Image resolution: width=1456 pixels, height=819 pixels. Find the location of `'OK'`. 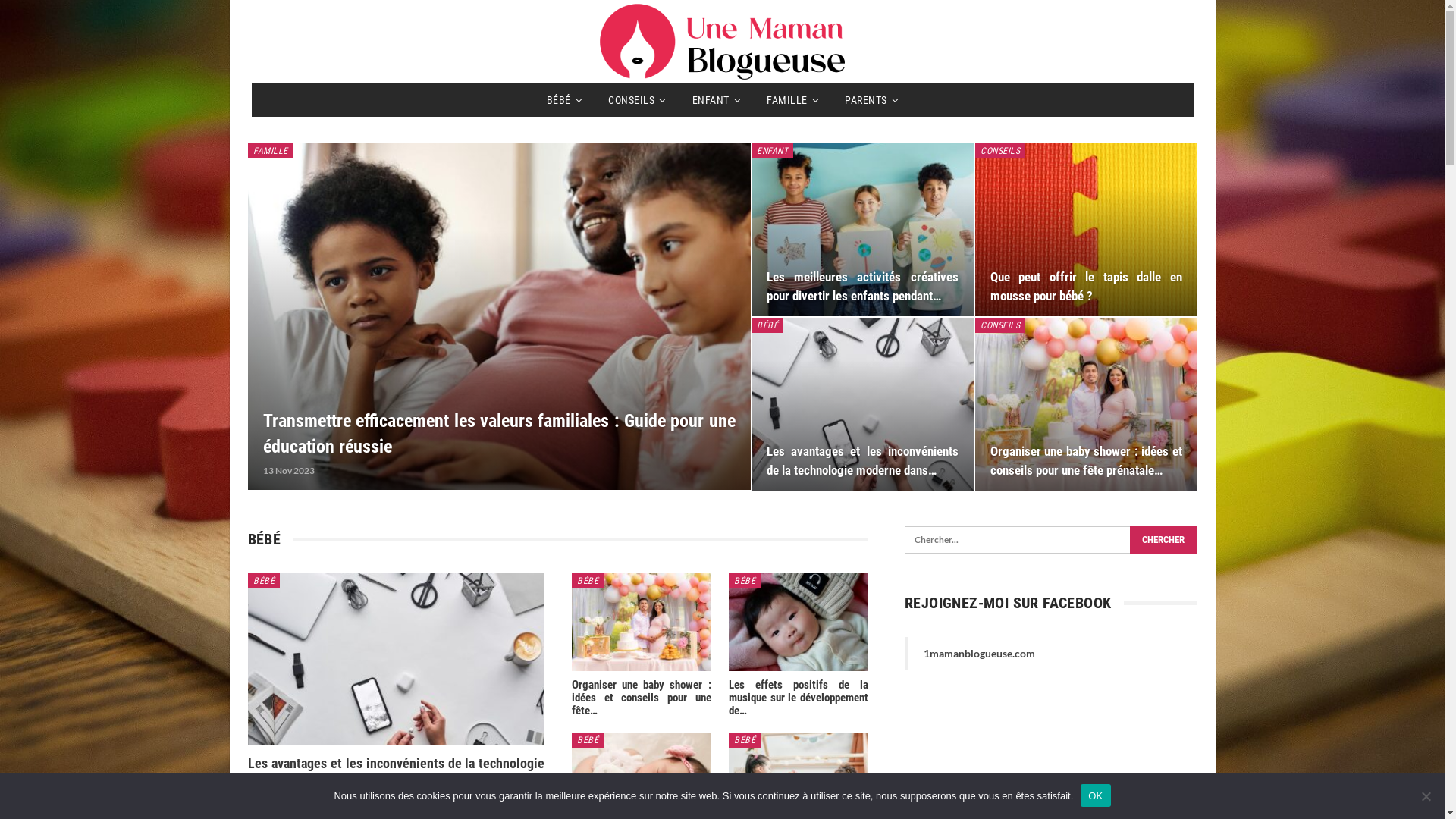

'OK' is located at coordinates (1080, 795).